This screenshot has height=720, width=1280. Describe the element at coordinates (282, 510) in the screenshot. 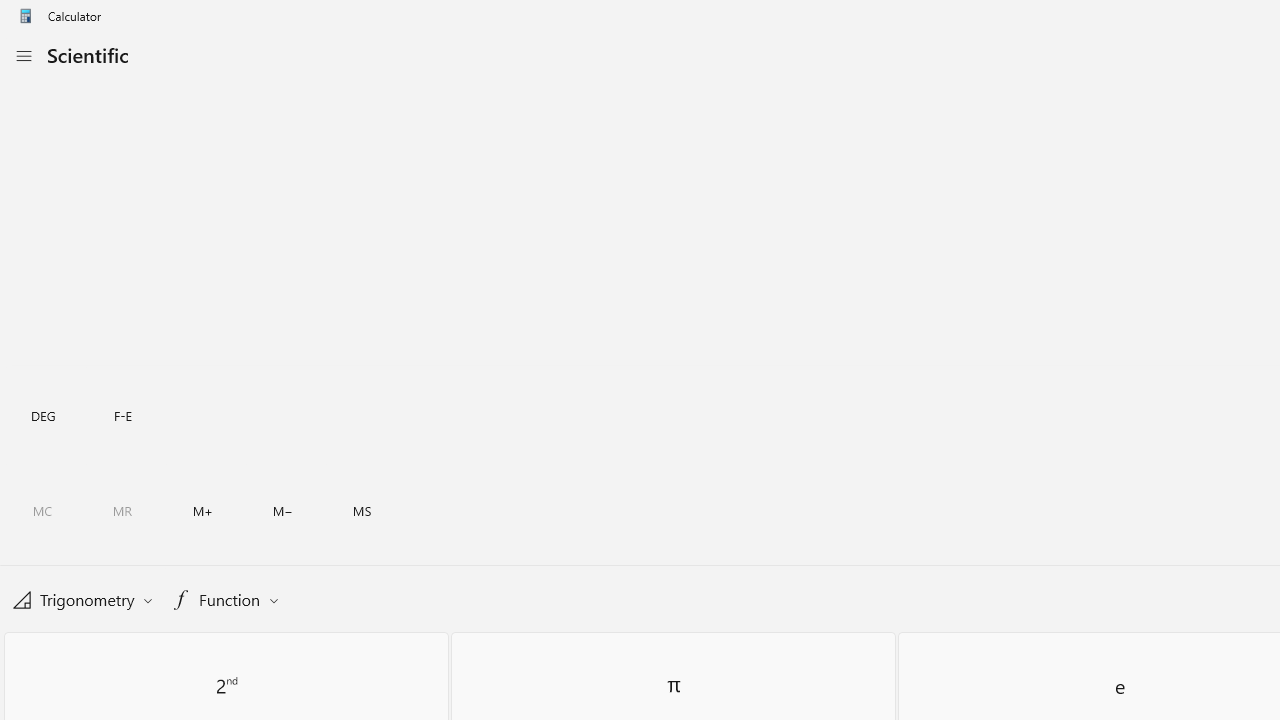

I see `'Memory subtract'` at that location.